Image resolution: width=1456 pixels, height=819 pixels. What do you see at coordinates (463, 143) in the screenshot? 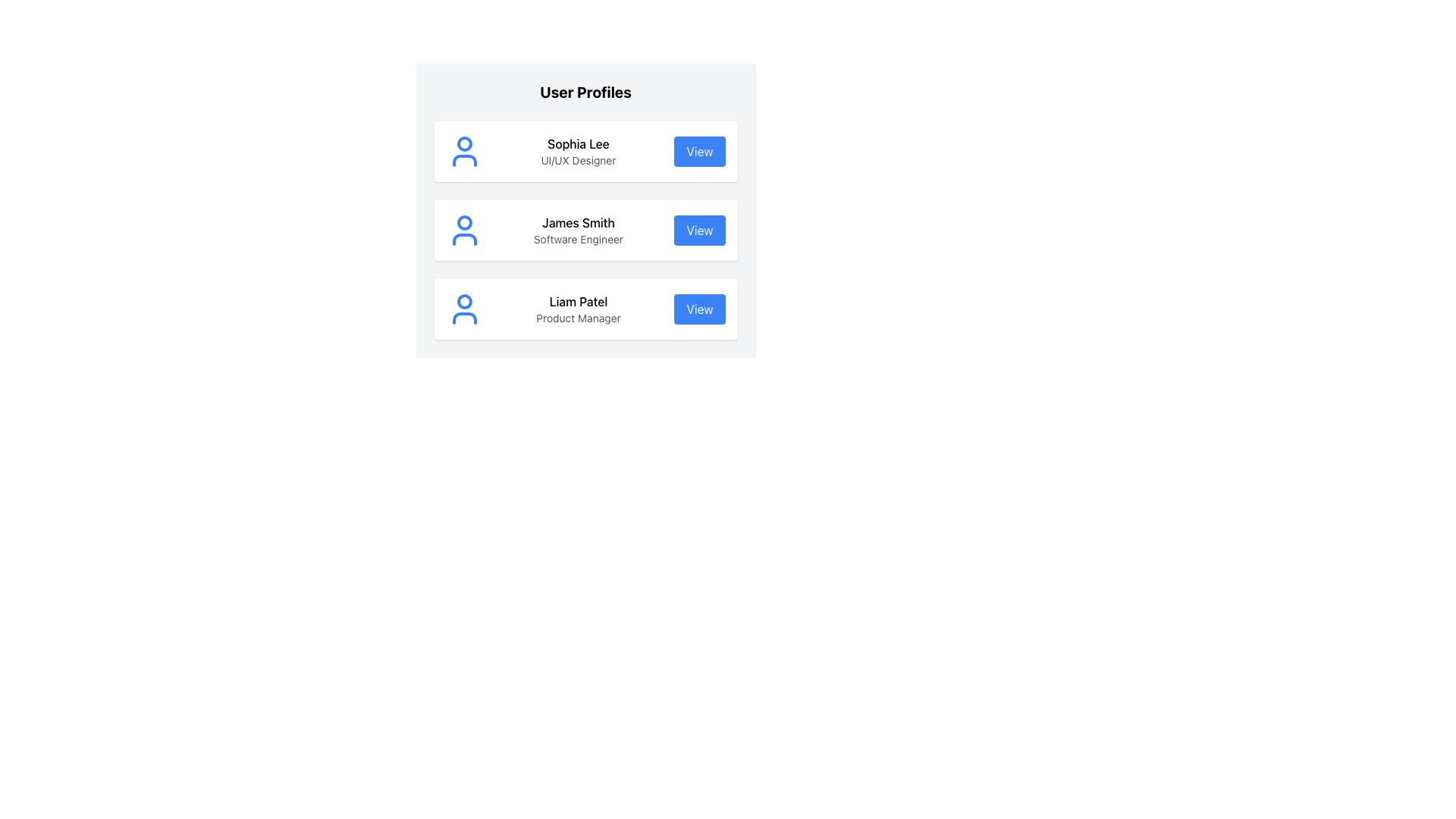
I see `graphical circle representing the head of the user profile icon for 'Sophia Lee', located in the first row of the user profile list` at bounding box center [463, 143].